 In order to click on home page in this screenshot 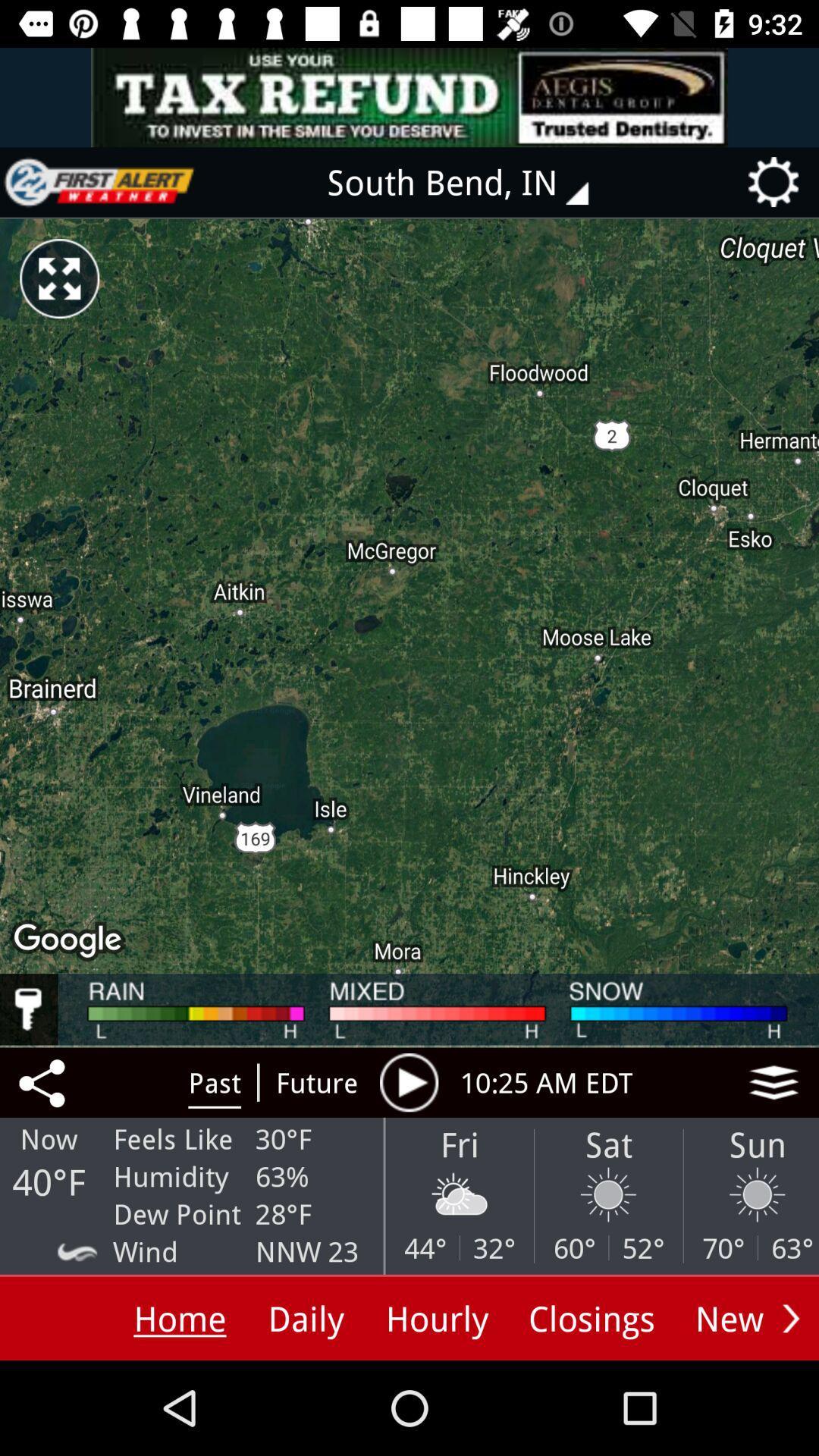, I will do `click(99, 182)`.